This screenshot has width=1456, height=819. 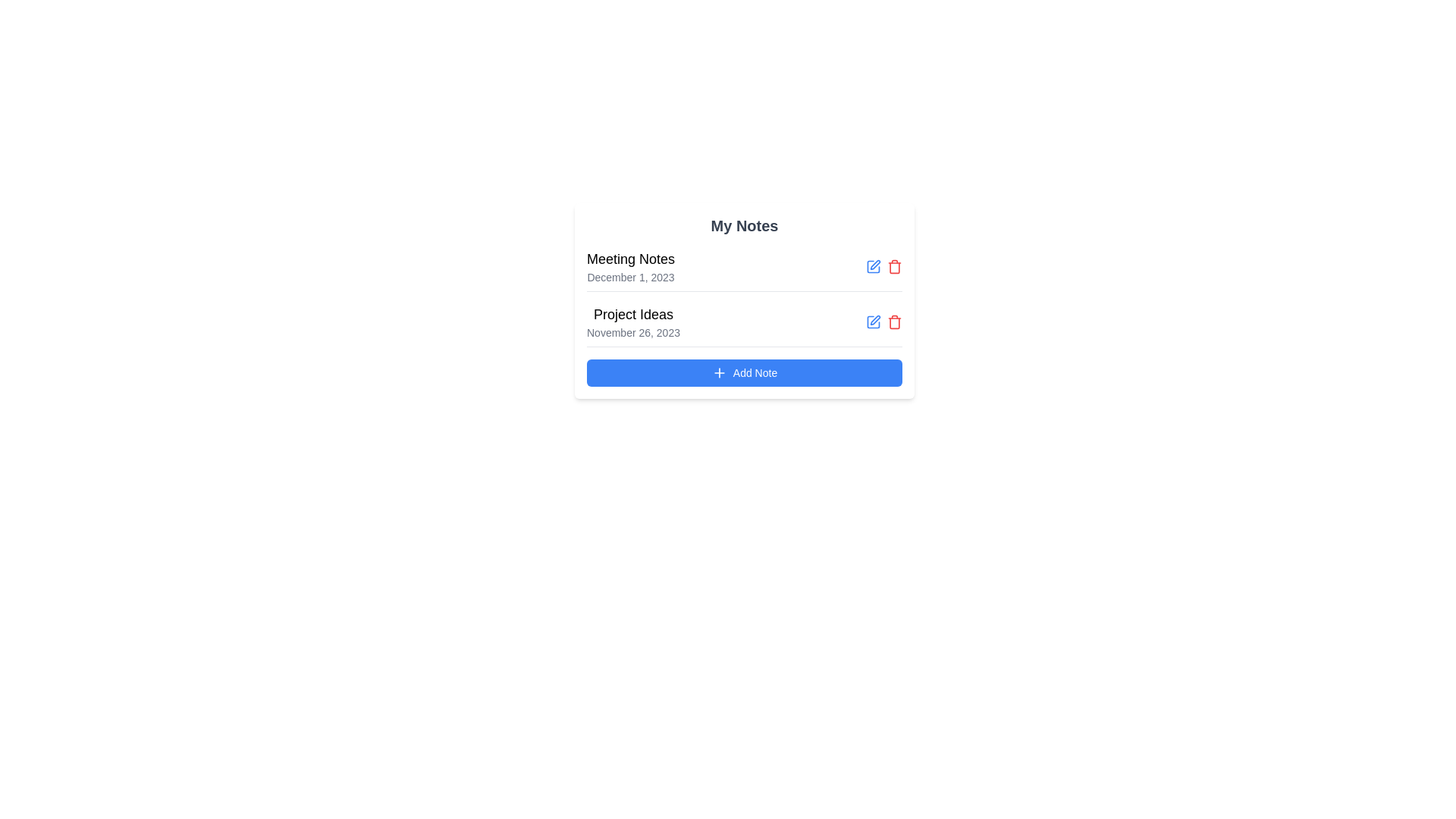 What do you see at coordinates (630, 278) in the screenshot?
I see `the date text element located directly below the title 'Meeting Notes' in the upper region of the card` at bounding box center [630, 278].